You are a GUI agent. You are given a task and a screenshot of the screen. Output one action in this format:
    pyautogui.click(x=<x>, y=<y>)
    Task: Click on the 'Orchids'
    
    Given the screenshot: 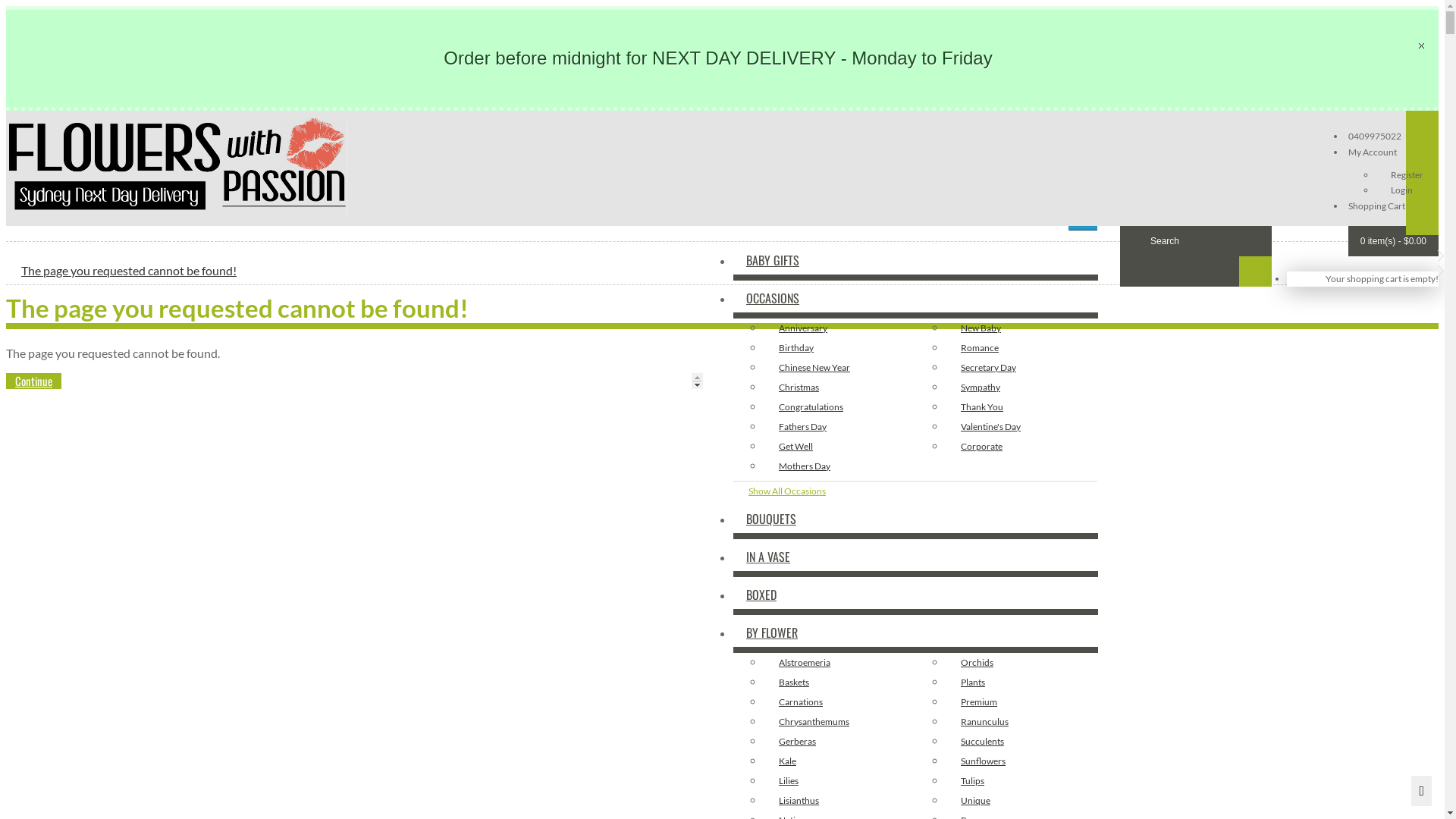 What is the action you would take?
    pyautogui.click(x=945, y=661)
    